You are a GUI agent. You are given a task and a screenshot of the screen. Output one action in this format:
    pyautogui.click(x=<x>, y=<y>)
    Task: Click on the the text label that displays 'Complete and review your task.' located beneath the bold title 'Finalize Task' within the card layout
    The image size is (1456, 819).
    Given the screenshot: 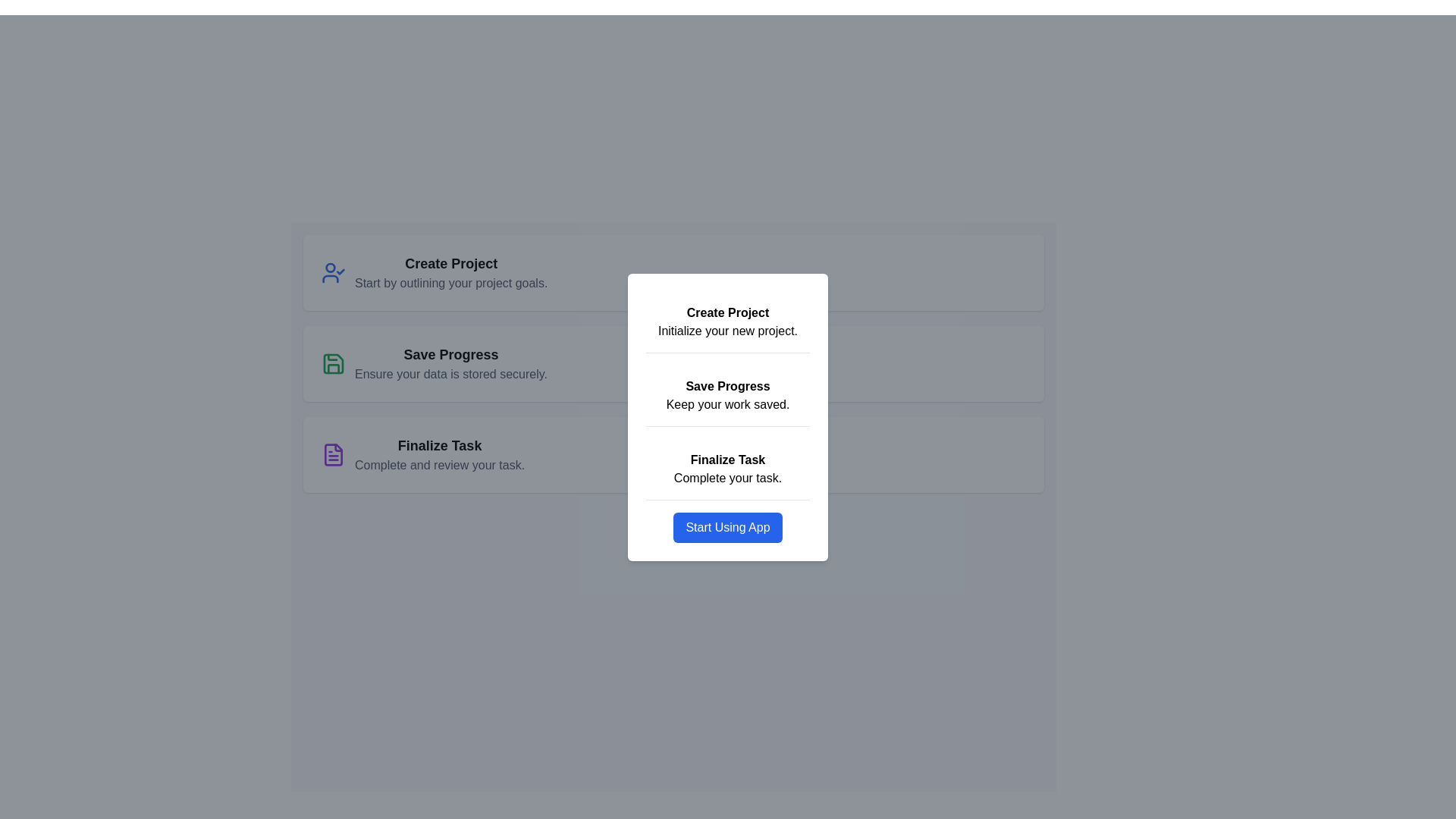 What is the action you would take?
    pyautogui.click(x=439, y=464)
    